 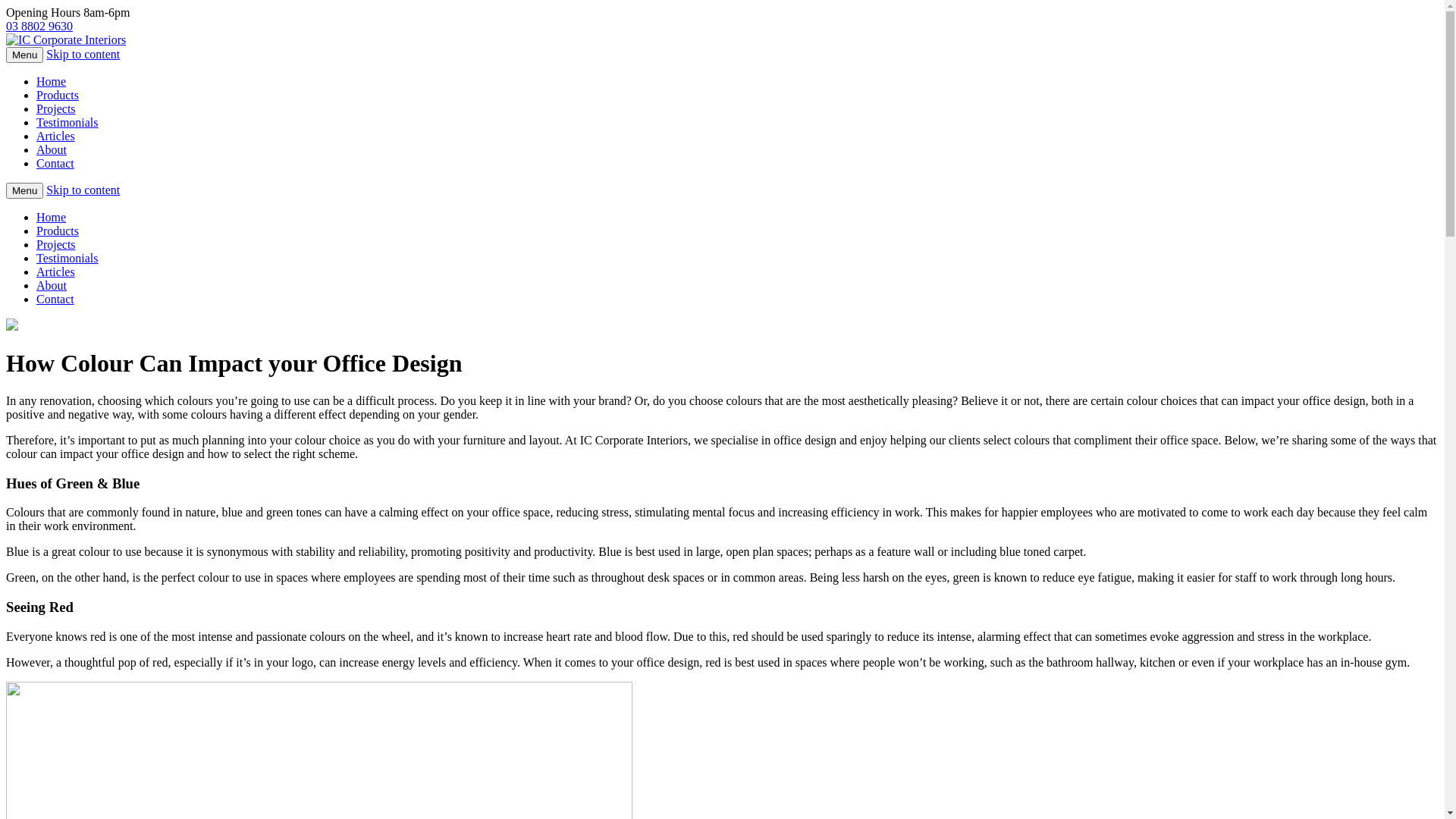 I want to click on 'Skip to content', so click(x=82, y=189).